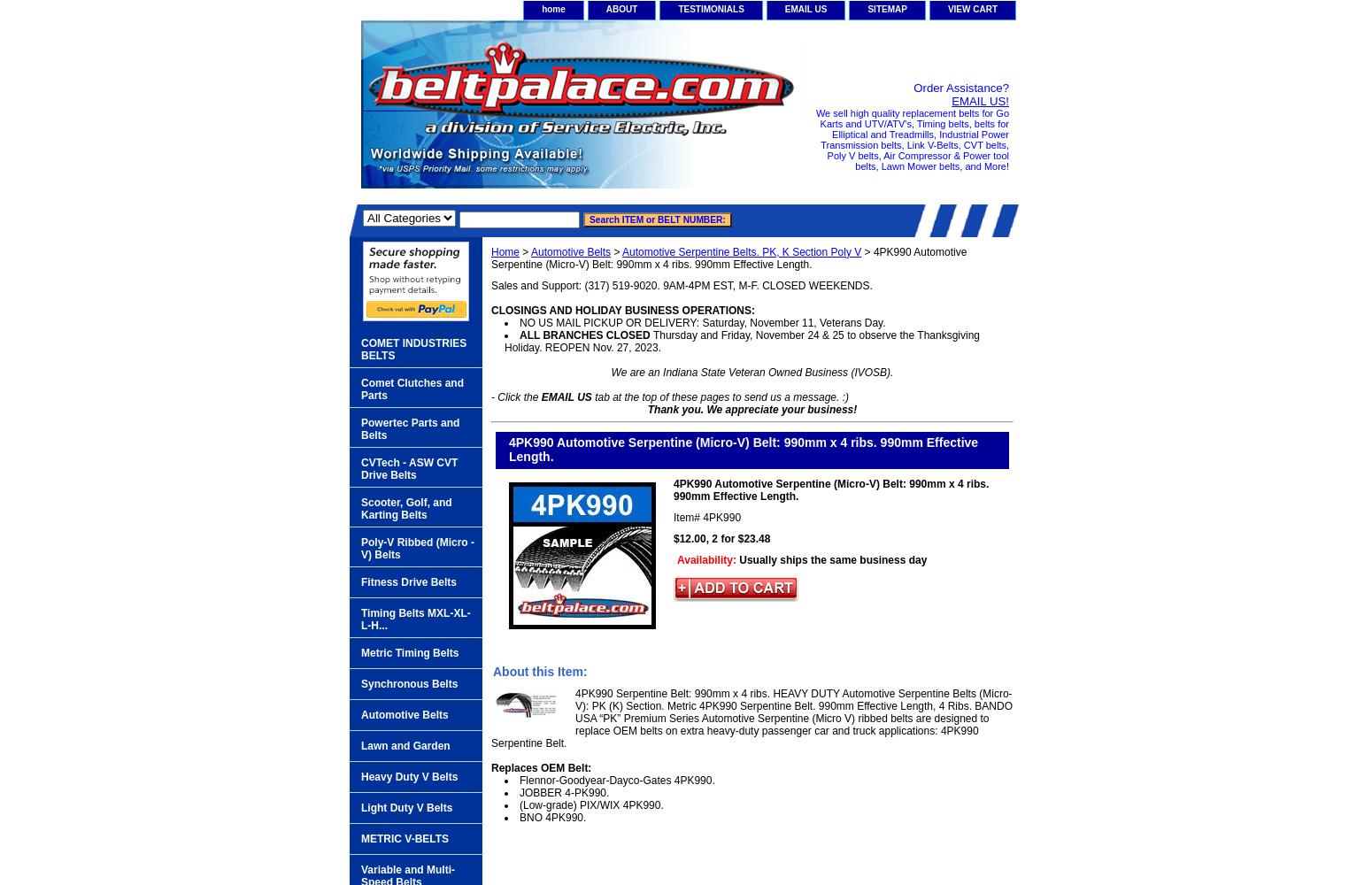 The height and width of the screenshot is (885, 1372). Describe the element at coordinates (410, 427) in the screenshot. I see `'Powertec Parts and Belts'` at that location.